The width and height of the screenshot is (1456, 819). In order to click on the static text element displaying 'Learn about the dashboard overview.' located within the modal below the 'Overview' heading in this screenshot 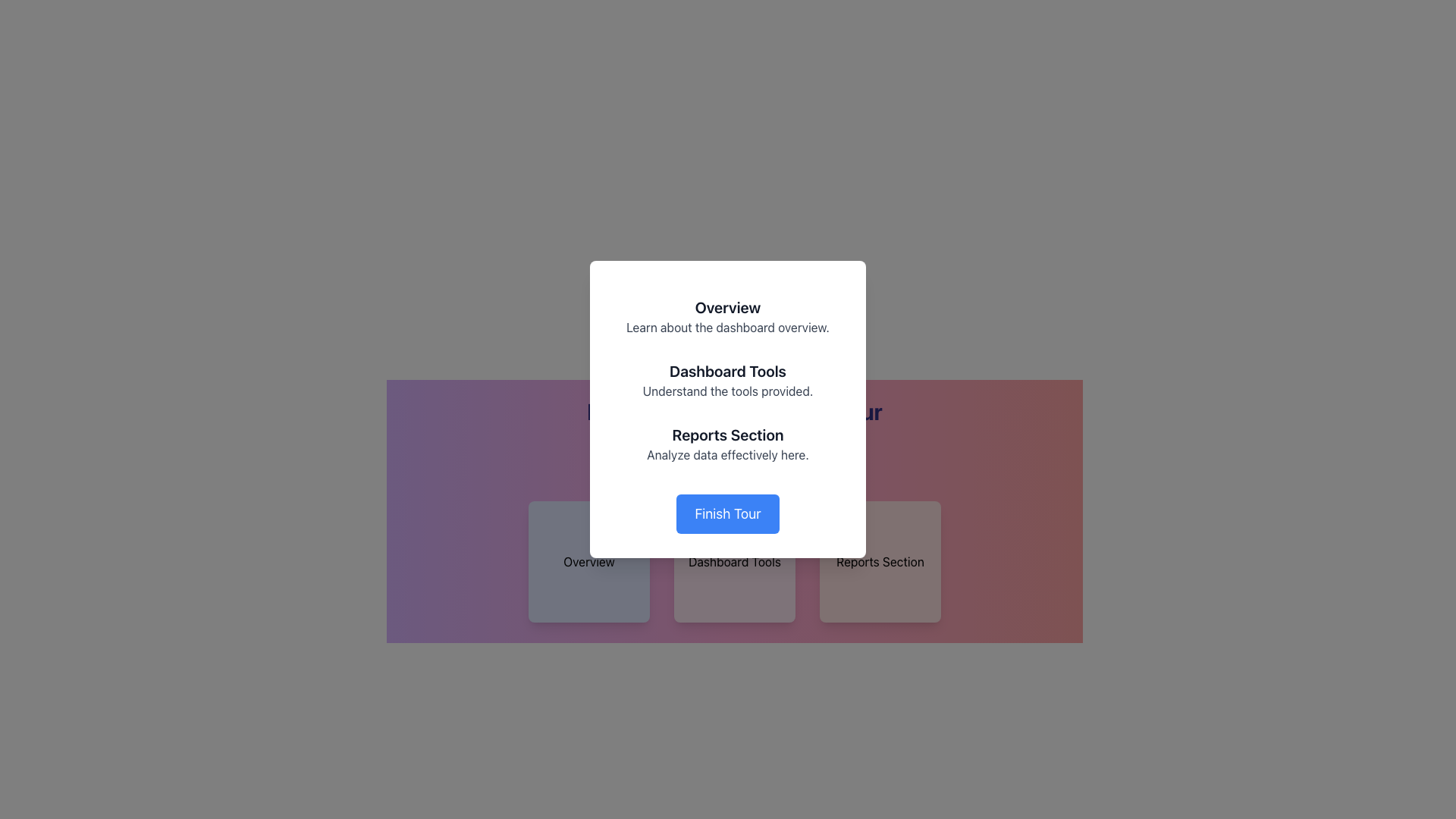, I will do `click(728, 327)`.